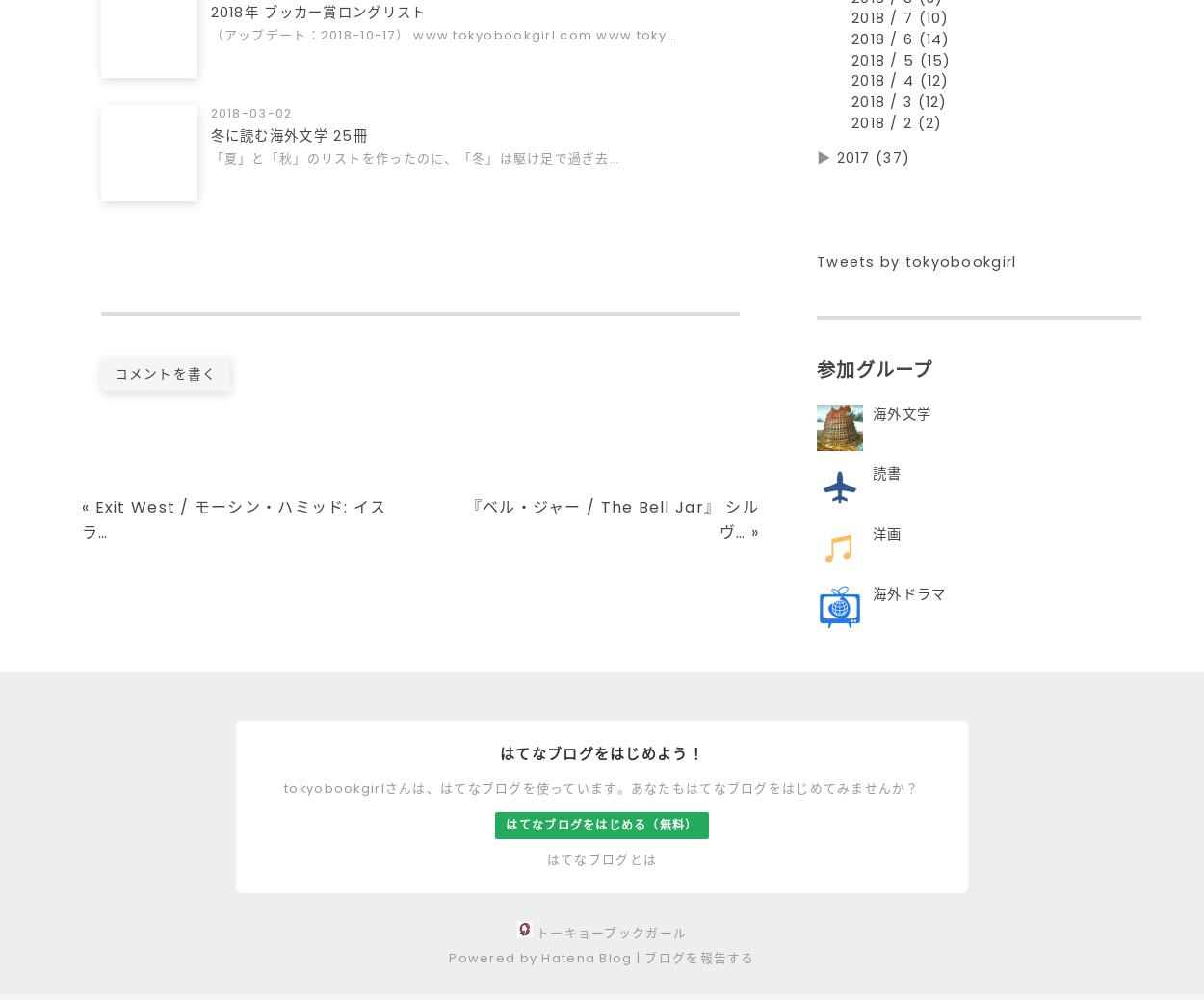 The height and width of the screenshot is (1000, 1204). I want to click on 'Hatena Blog', so click(586, 966).